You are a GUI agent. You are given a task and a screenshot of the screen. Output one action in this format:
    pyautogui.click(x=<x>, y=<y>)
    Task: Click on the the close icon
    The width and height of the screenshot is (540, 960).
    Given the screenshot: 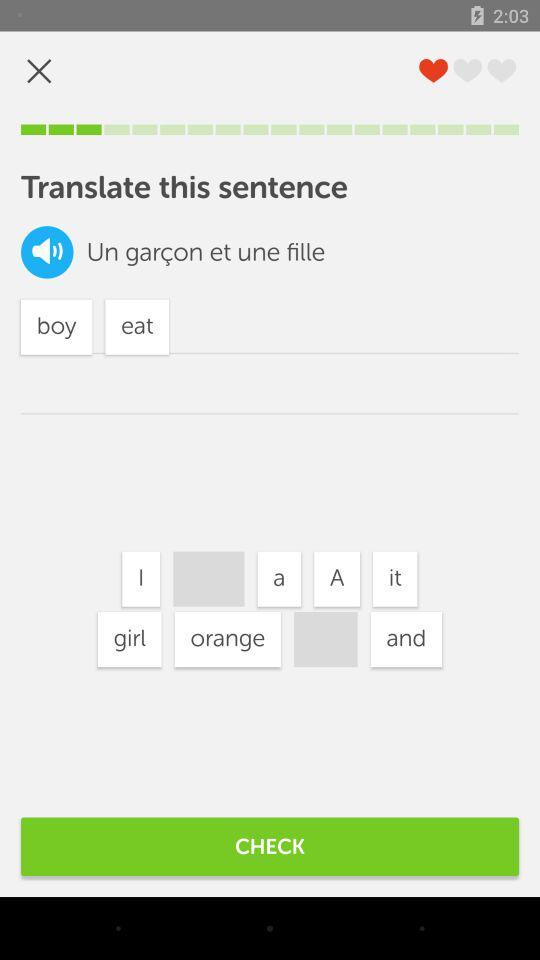 What is the action you would take?
    pyautogui.click(x=39, y=71)
    